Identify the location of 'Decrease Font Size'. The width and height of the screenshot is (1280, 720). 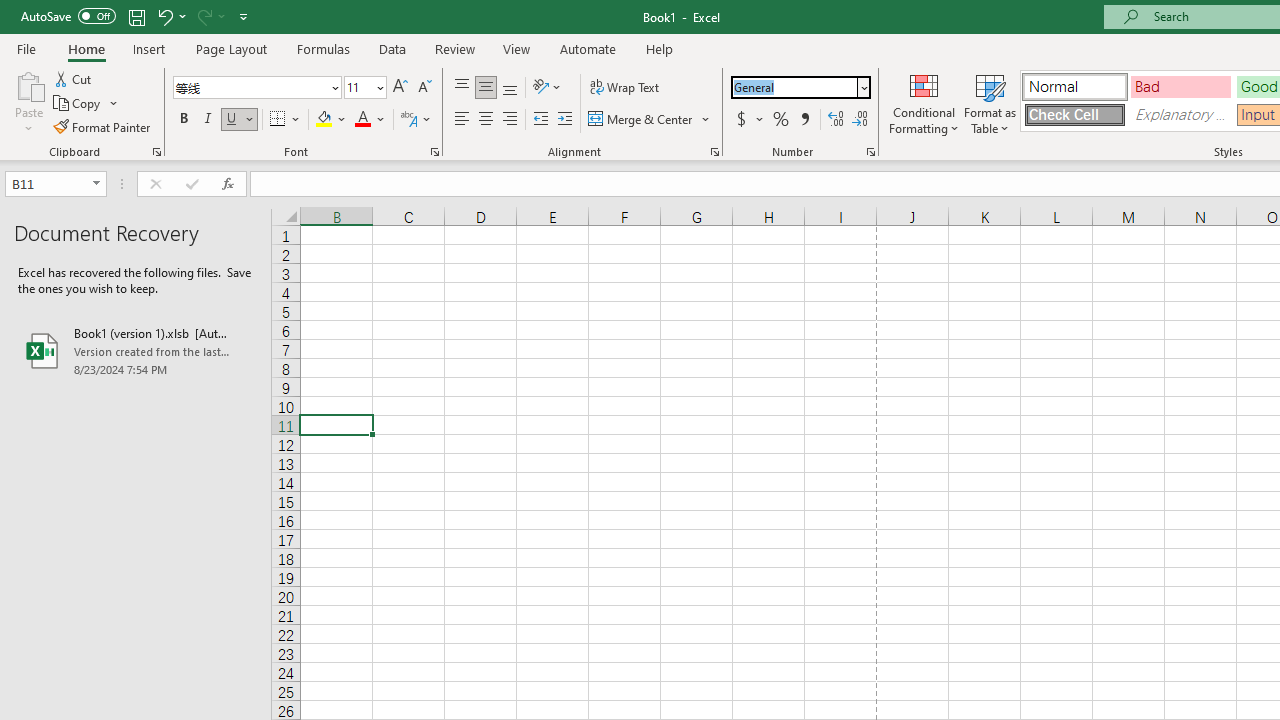
(423, 86).